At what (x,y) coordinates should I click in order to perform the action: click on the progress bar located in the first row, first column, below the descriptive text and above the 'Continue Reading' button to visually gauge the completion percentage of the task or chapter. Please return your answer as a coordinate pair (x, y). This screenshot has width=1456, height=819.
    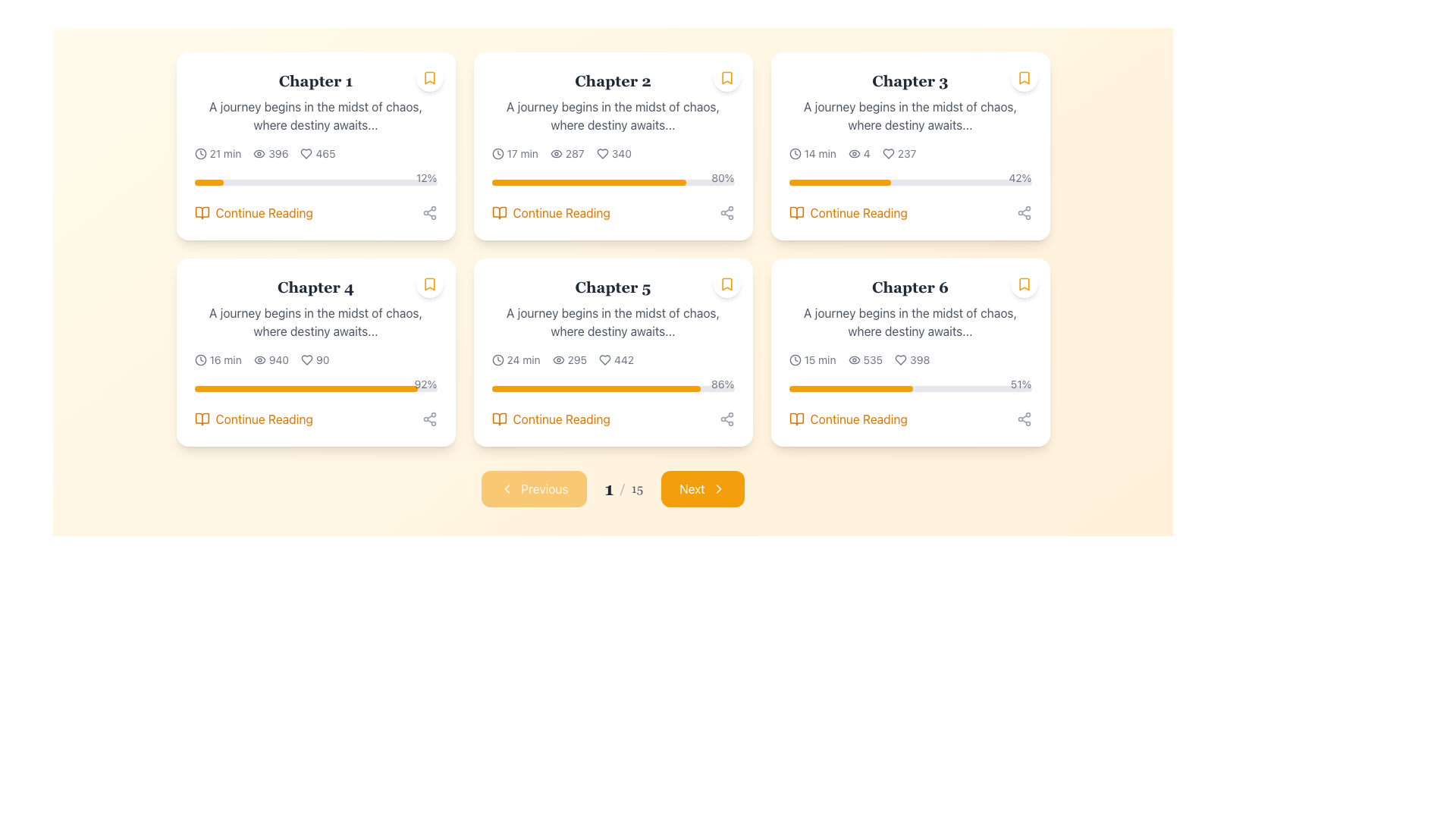
    Looking at the image, I should click on (315, 181).